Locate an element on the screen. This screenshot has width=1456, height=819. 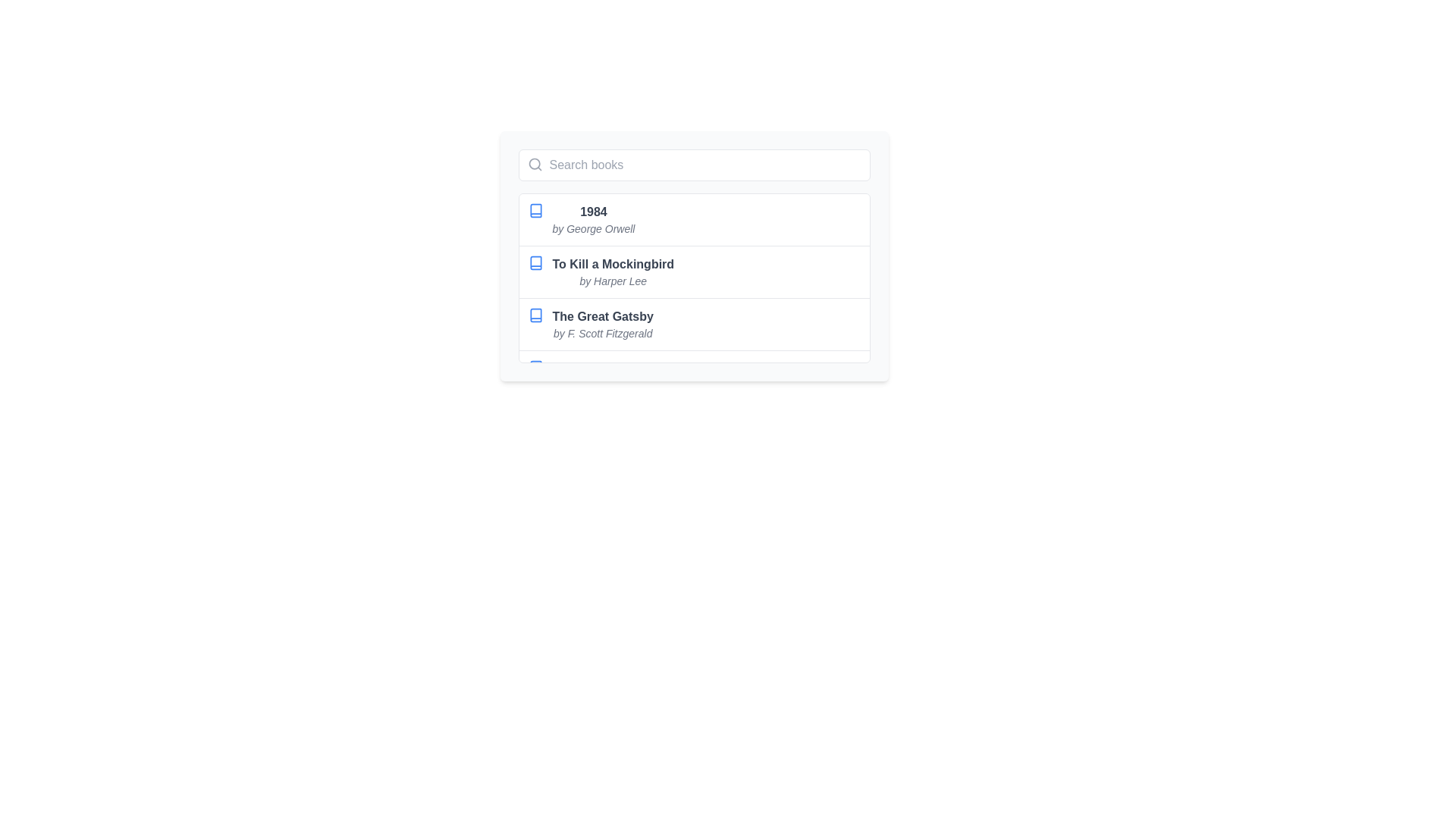
the decorative icon representing the book entry for '1984 by George Orwell', located at the leftmost side of the entry is located at coordinates (535, 210).